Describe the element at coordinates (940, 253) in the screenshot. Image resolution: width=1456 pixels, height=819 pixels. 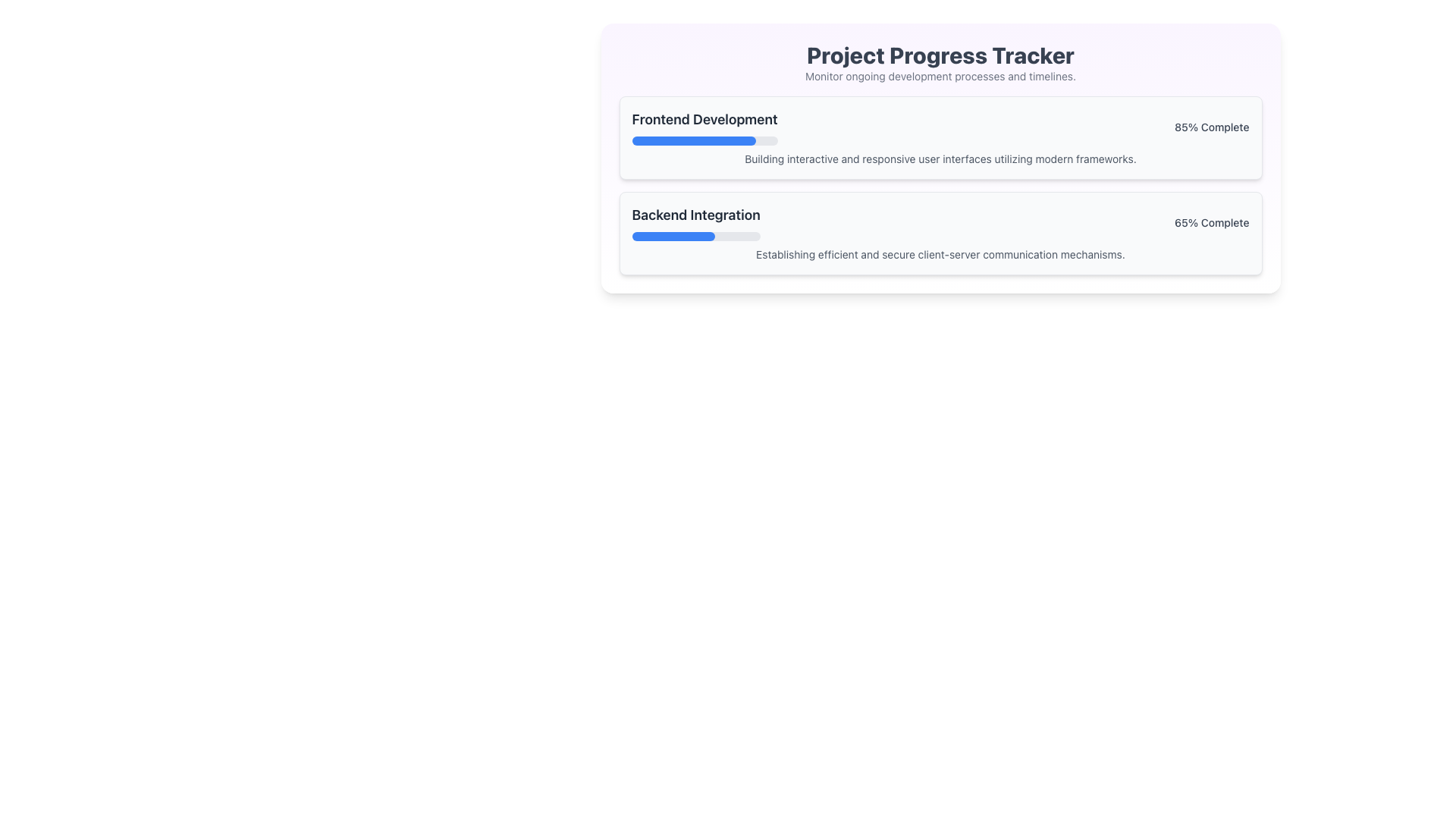
I see `the text label that describes the backend integration progress, located below the progress bar indicating 65% completion` at that location.